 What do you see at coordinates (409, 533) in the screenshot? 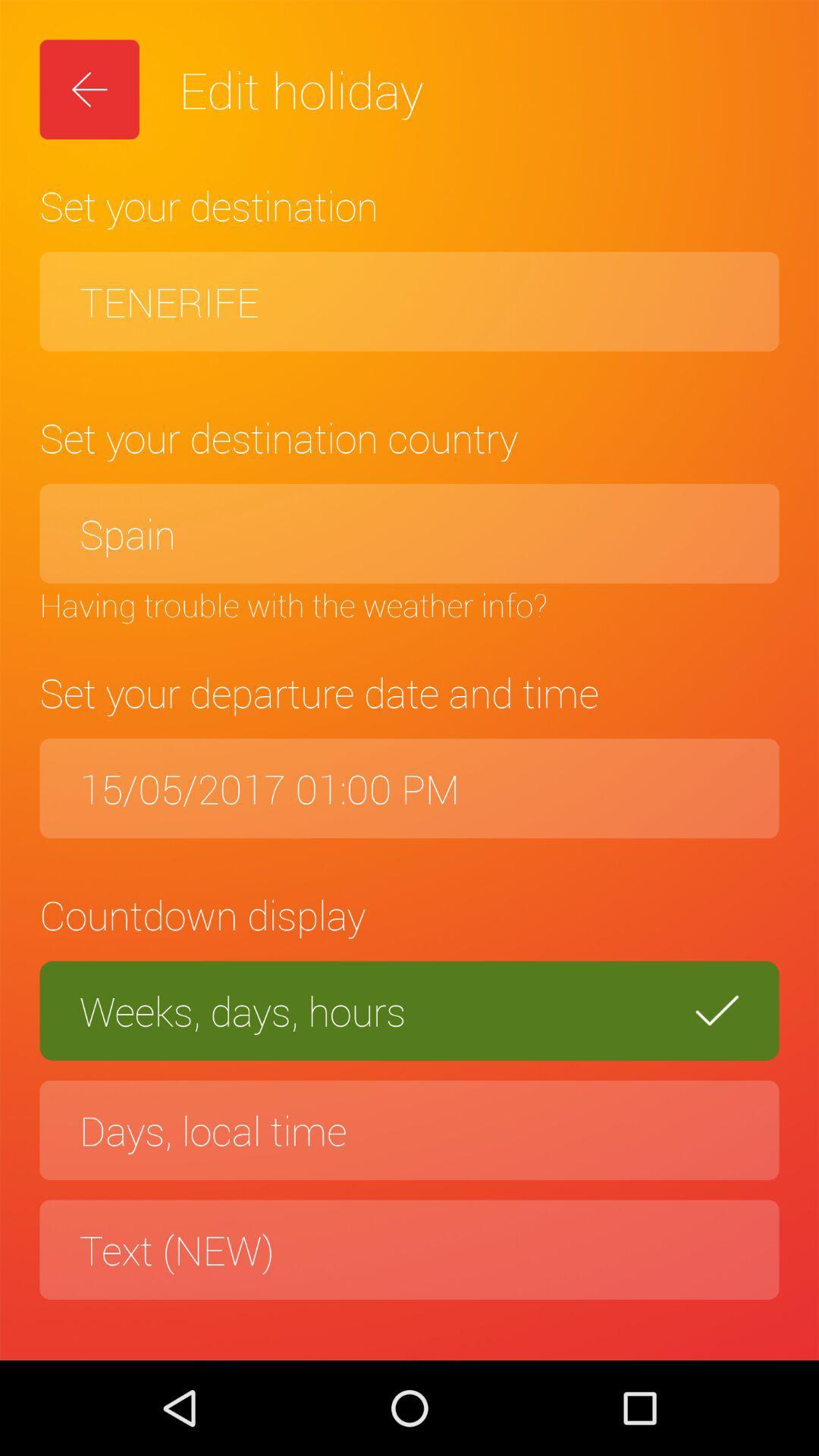
I see `the spain icon` at bounding box center [409, 533].